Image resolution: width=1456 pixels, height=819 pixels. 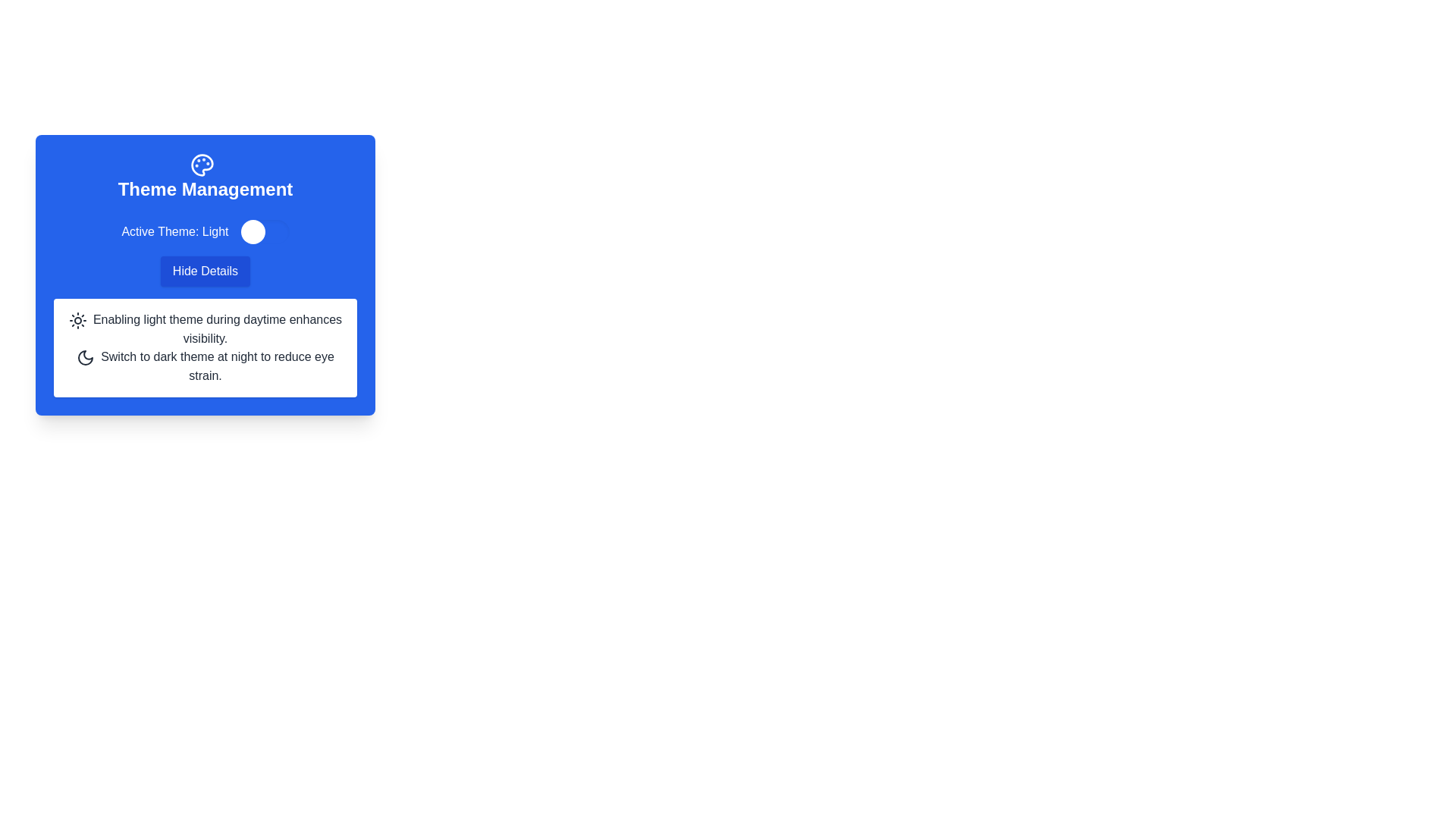 What do you see at coordinates (217, 366) in the screenshot?
I see `the text label that suggests the benefits of switching to a dark theme during nighttime, which is located directly below the text 'Enabling light theme during daytime enhances visibility.' and an associated sun icon` at bounding box center [217, 366].